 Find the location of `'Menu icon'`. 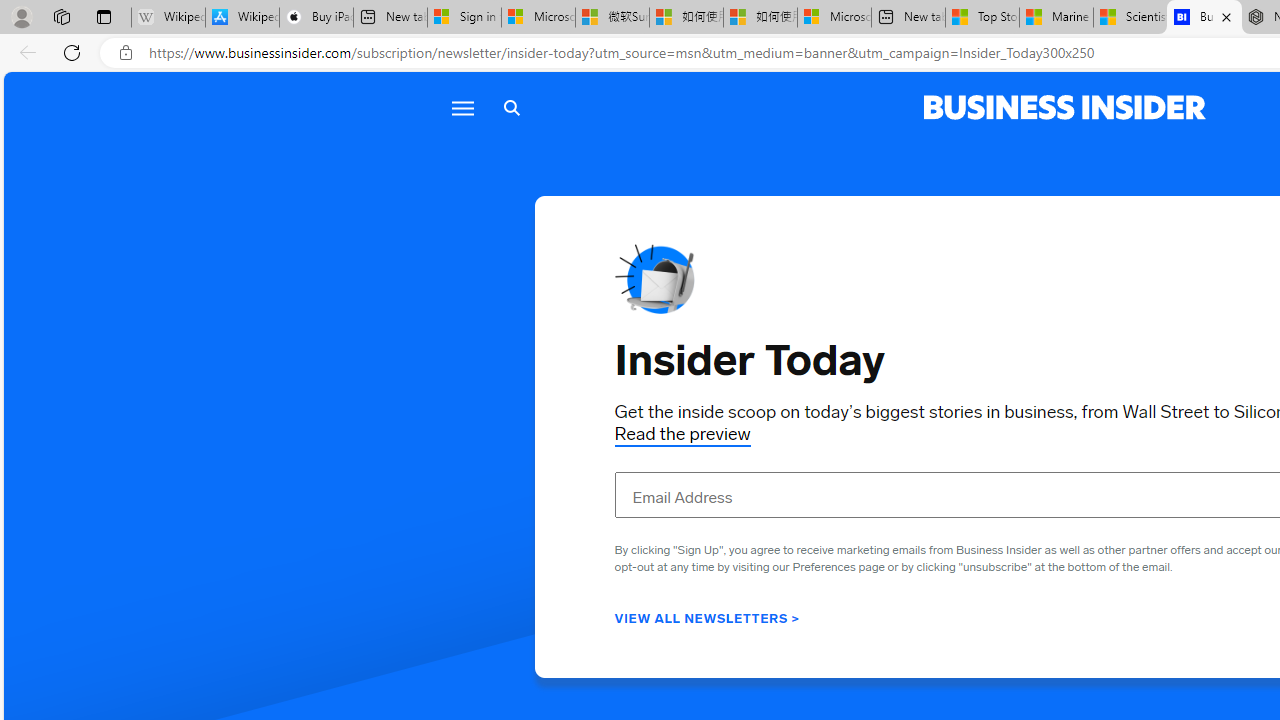

'Menu icon' is located at coordinates (461, 108).